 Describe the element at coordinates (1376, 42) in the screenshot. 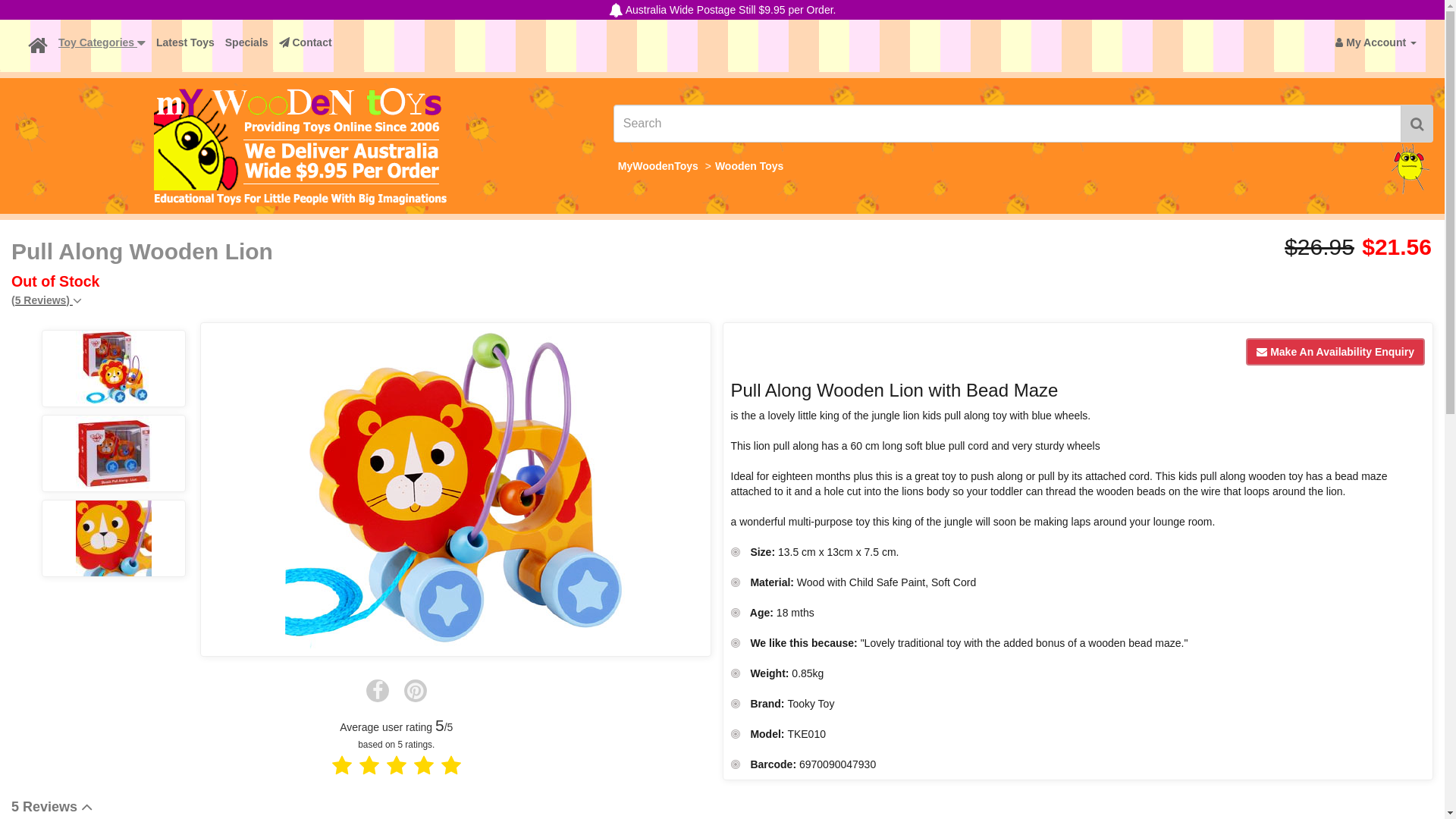

I see `'My Account'` at that location.